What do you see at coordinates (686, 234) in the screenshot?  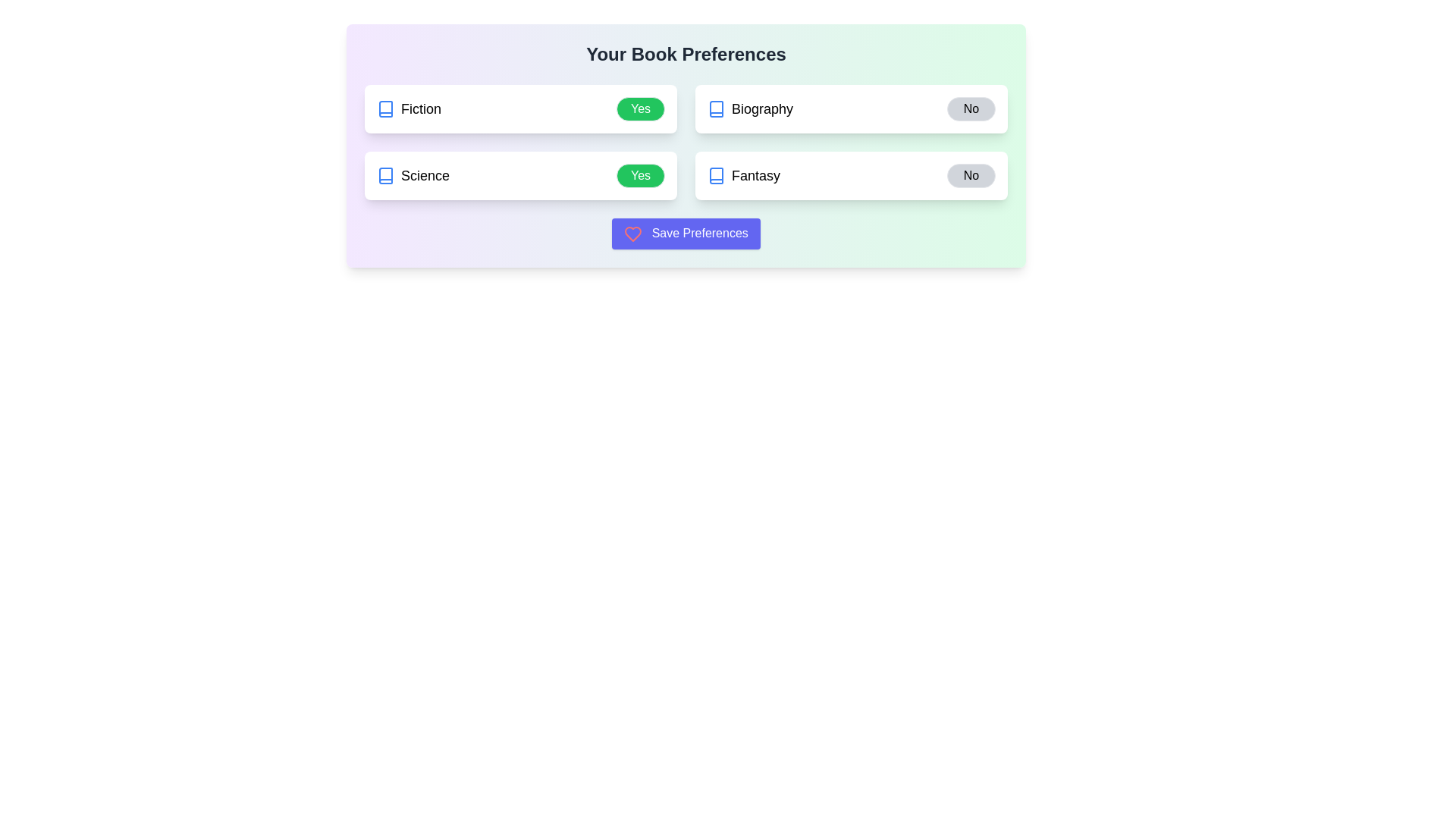 I see `the Save Preferences to observe feedback` at bounding box center [686, 234].